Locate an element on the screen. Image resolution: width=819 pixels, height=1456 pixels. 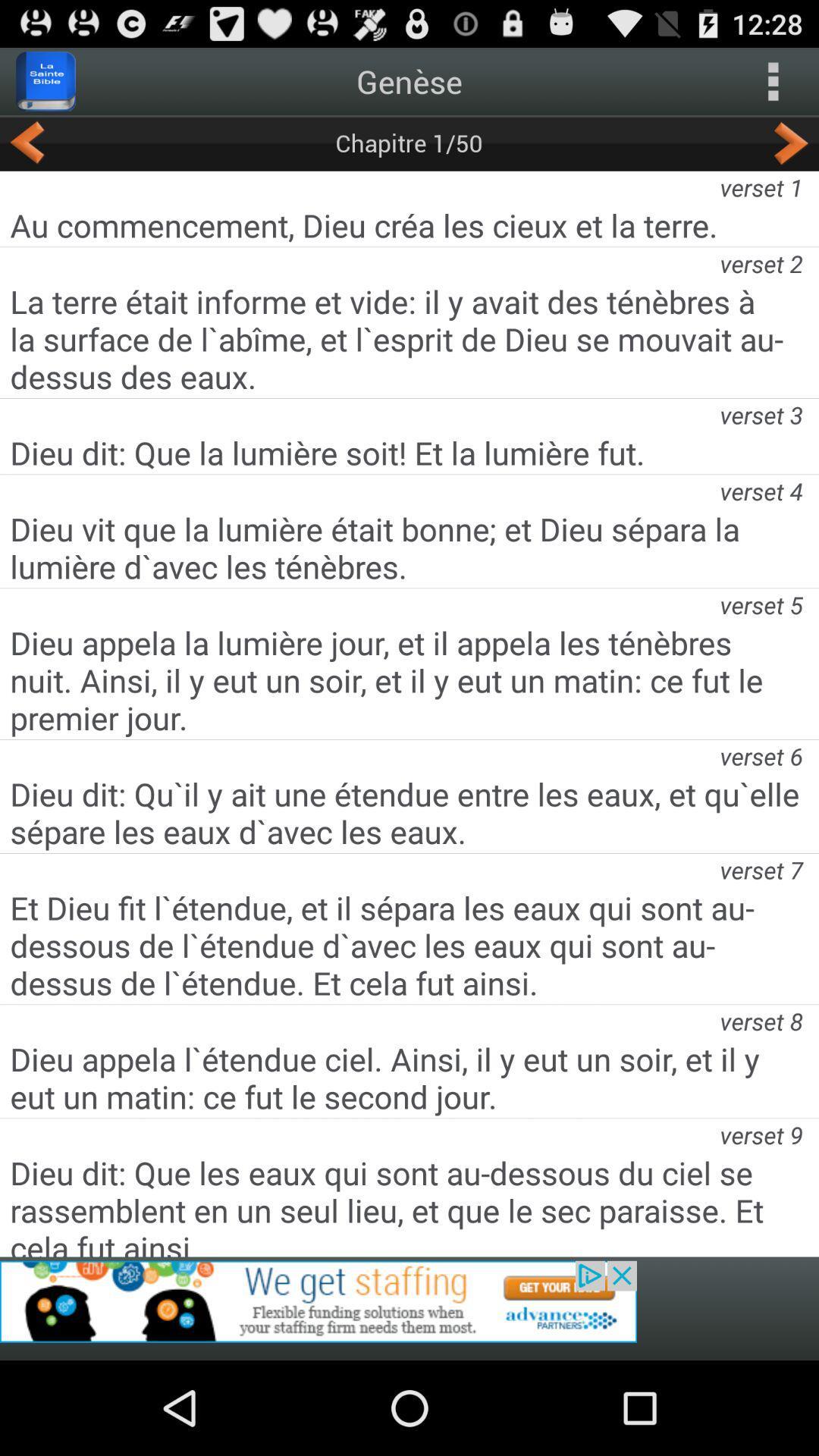
the arrow_forward icon is located at coordinates (790, 153).